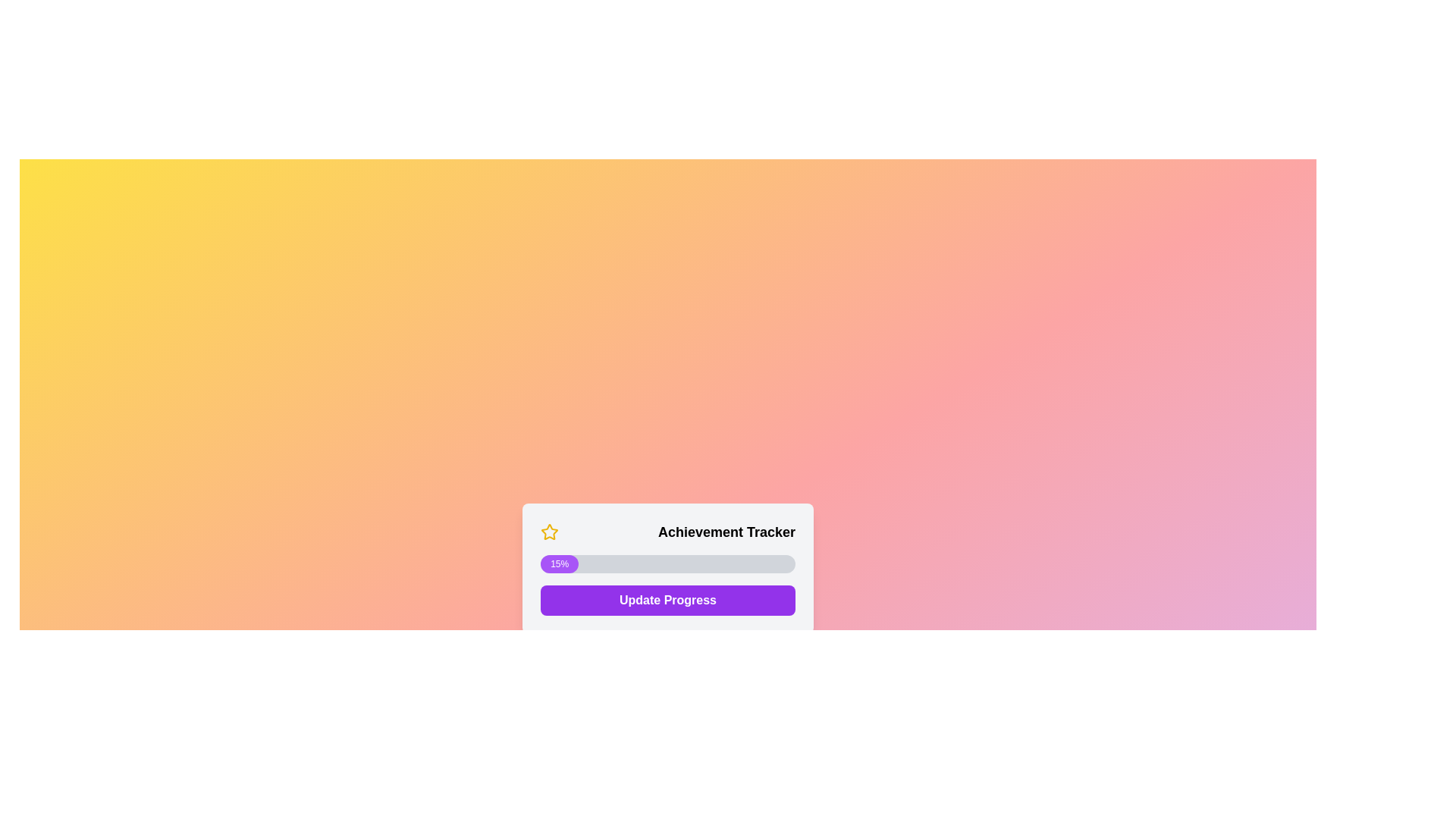 The width and height of the screenshot is (1456, 819). What do you see at coordinates (548, 532) in the screenshot?
I see `the star icon that serves as a decorative or status indicator for the achievement tracking feature, located at the left end of the horizontal arrangement` at bounding box center [548, 532].